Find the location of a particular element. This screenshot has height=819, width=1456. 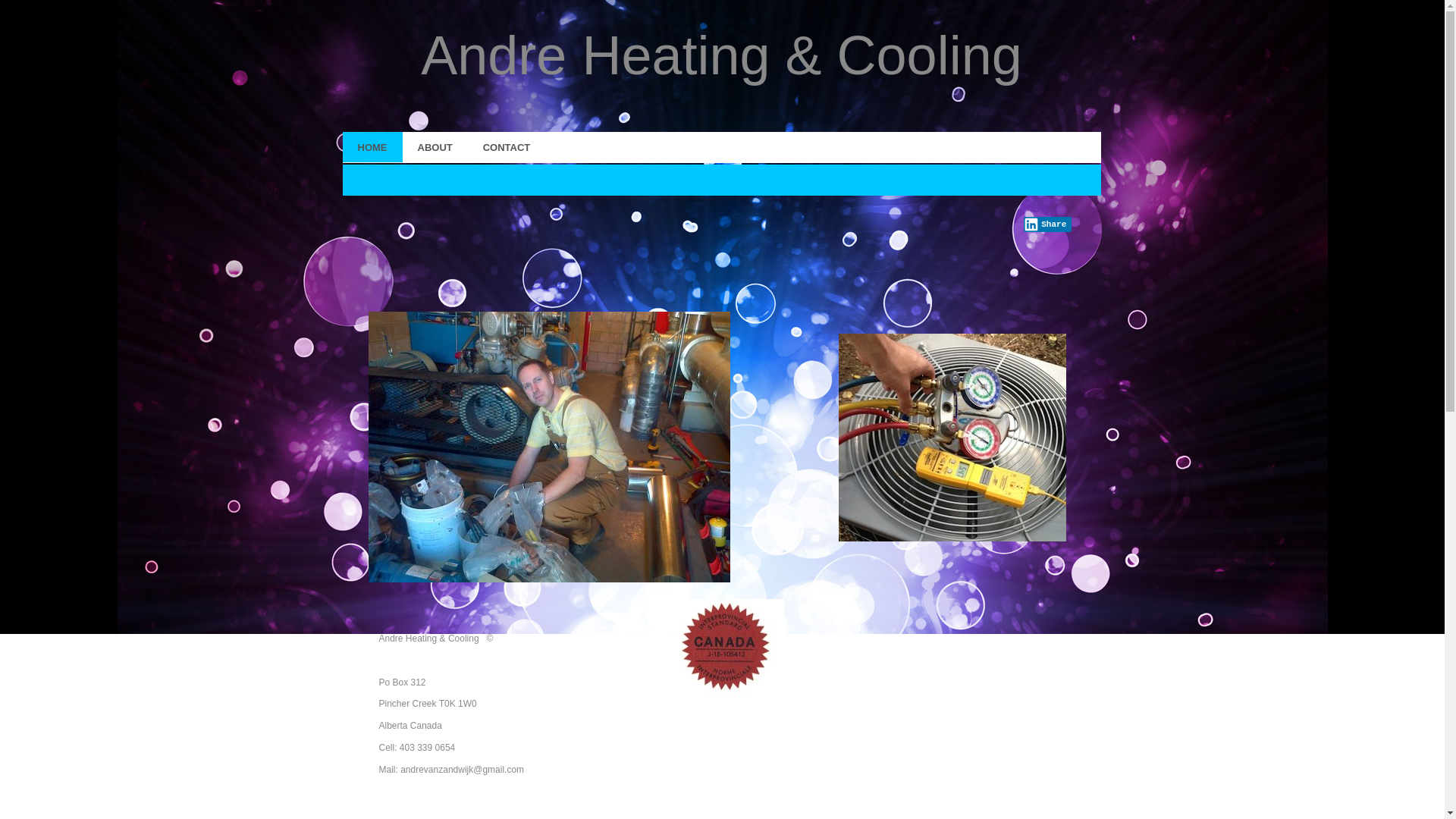

'HOME is located at coordinates (720, 147).